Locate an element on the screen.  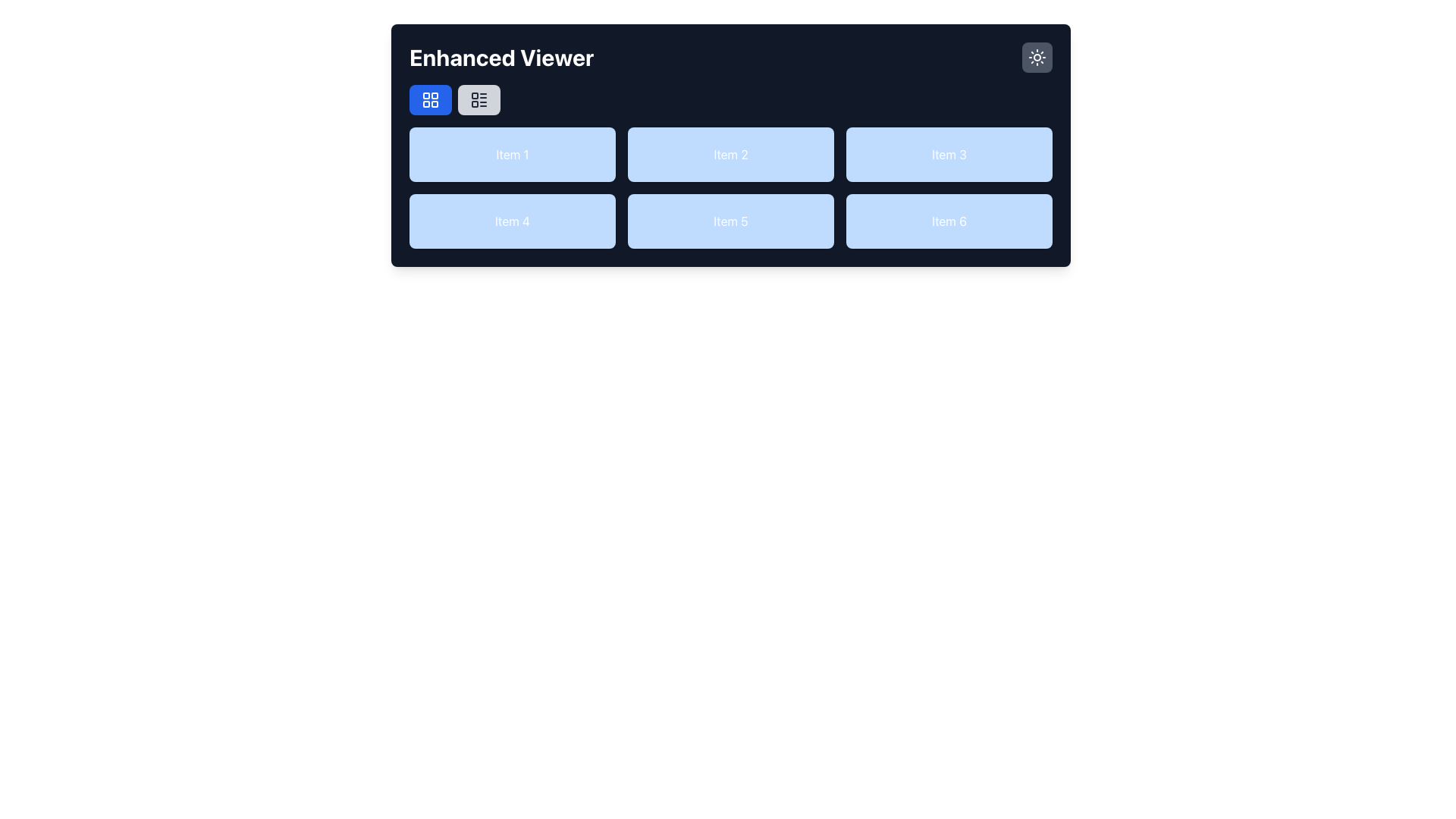
the toggle Icon button located near the top-left corner of the interface to switch the display mode to a list layout is located at coordinates (479, 99).